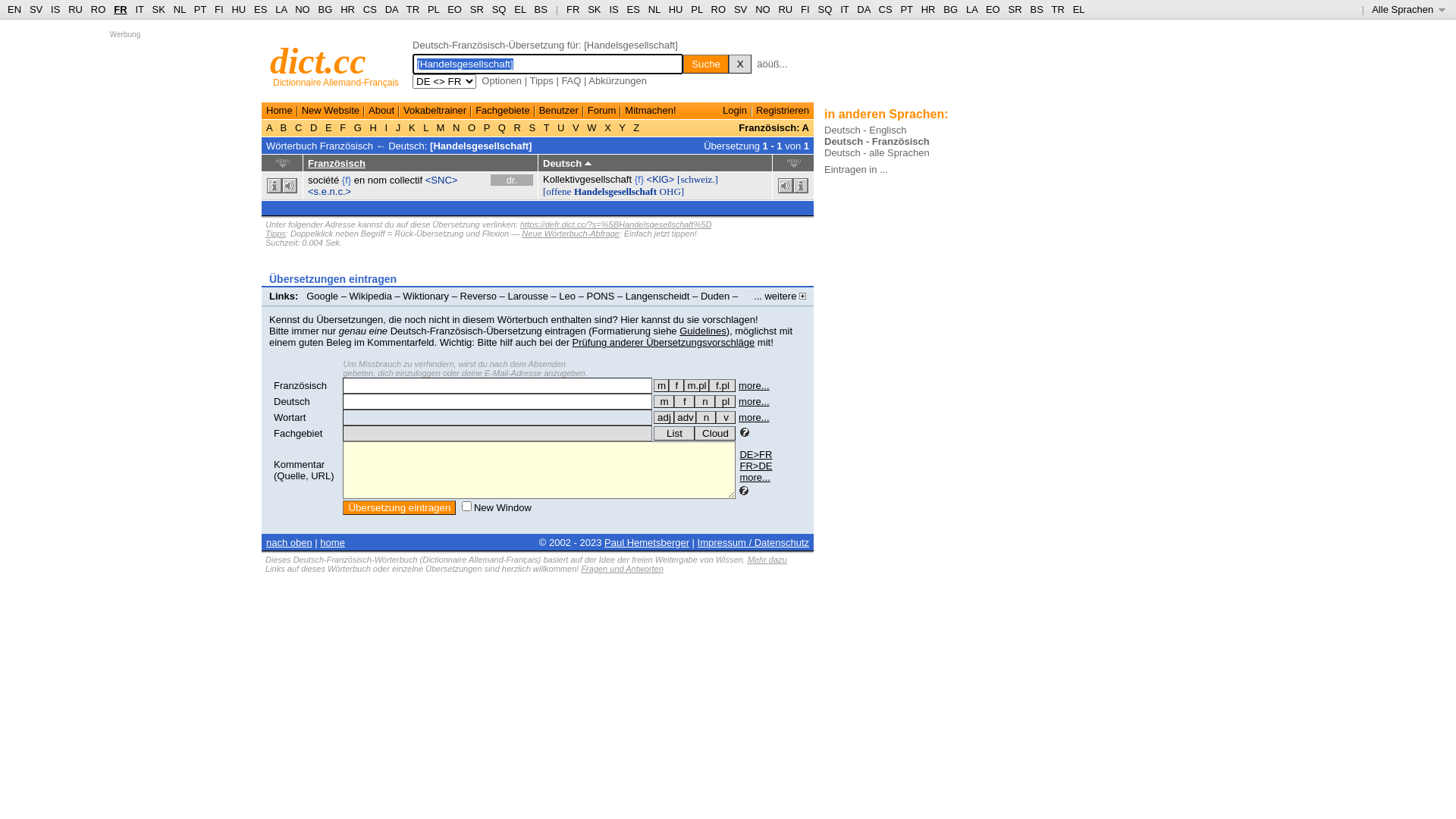 The width and height of the screenshot is (1456, 819). I want to click on 'f', so click(683, 400).